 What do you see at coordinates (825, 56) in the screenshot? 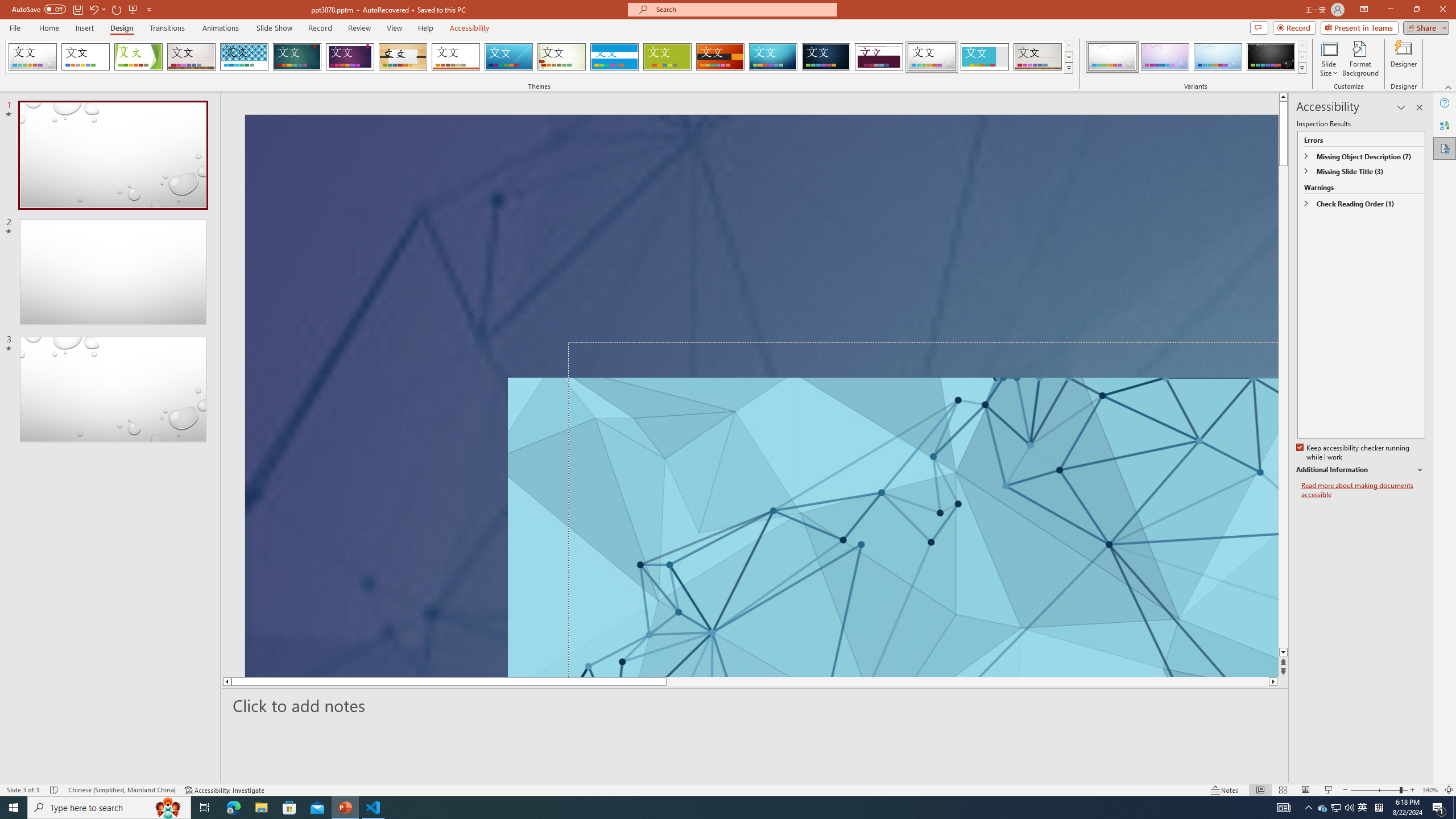
I see `'Damask'` at bounding box center [825, 56].